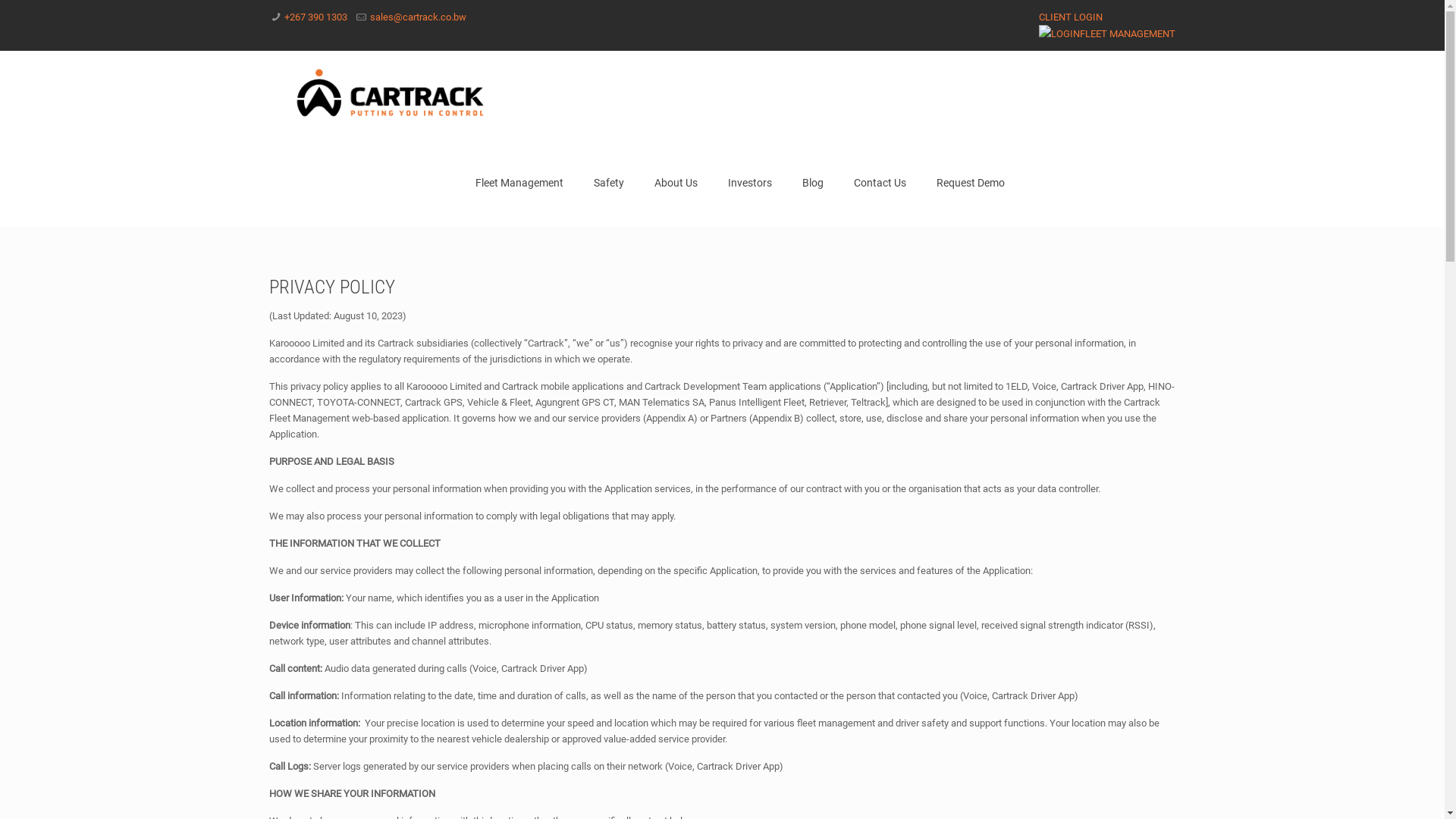 This screenshot has height=819, width=1456. Describe the element at coordinates (675, 181) in the screenshot. I see `'About Us'` at that location.